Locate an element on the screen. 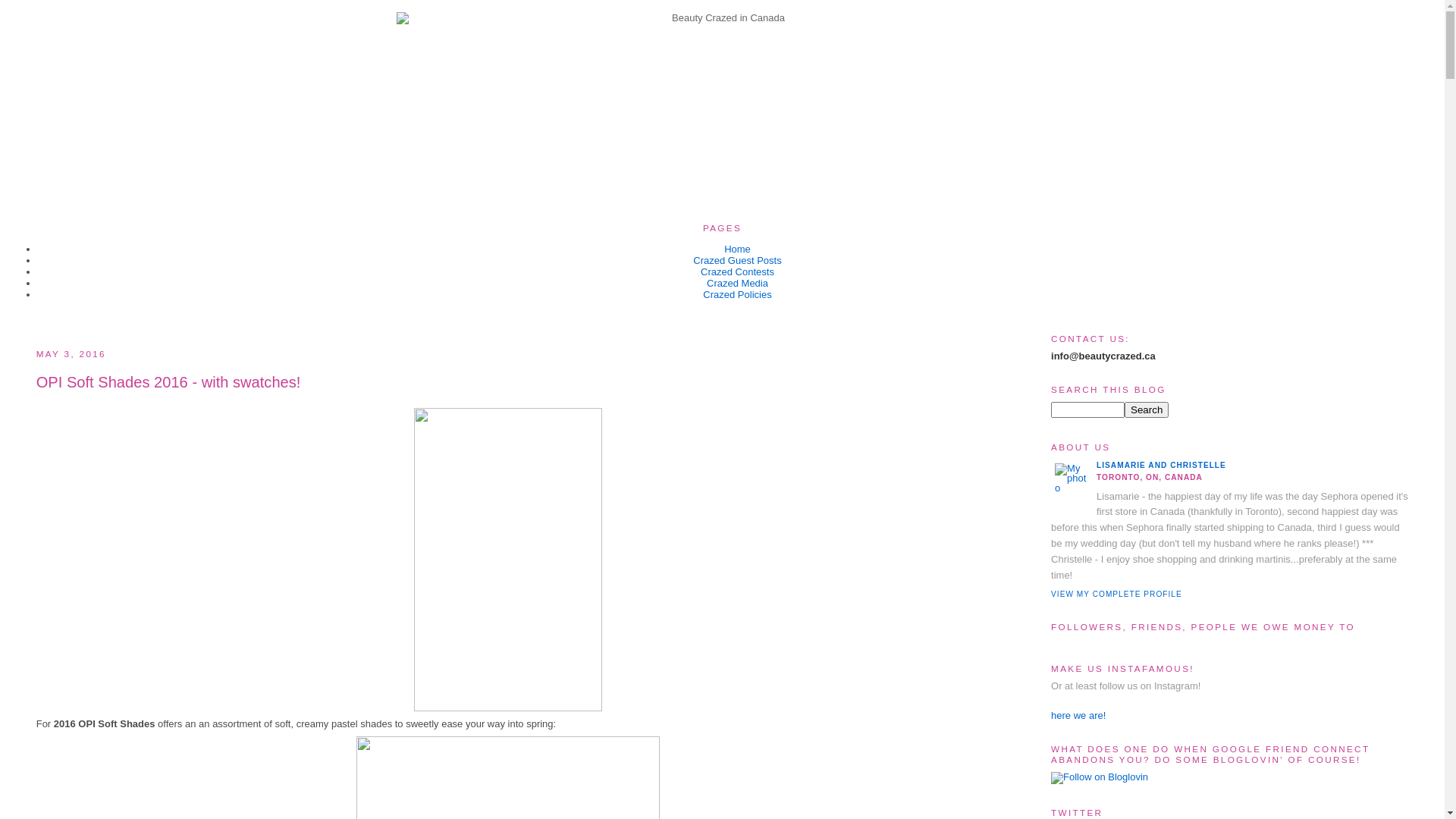 Image resolution: width=1456 pixels, height=819 pixels. 'Crazed Contests' is located at coordinates (737, 271).